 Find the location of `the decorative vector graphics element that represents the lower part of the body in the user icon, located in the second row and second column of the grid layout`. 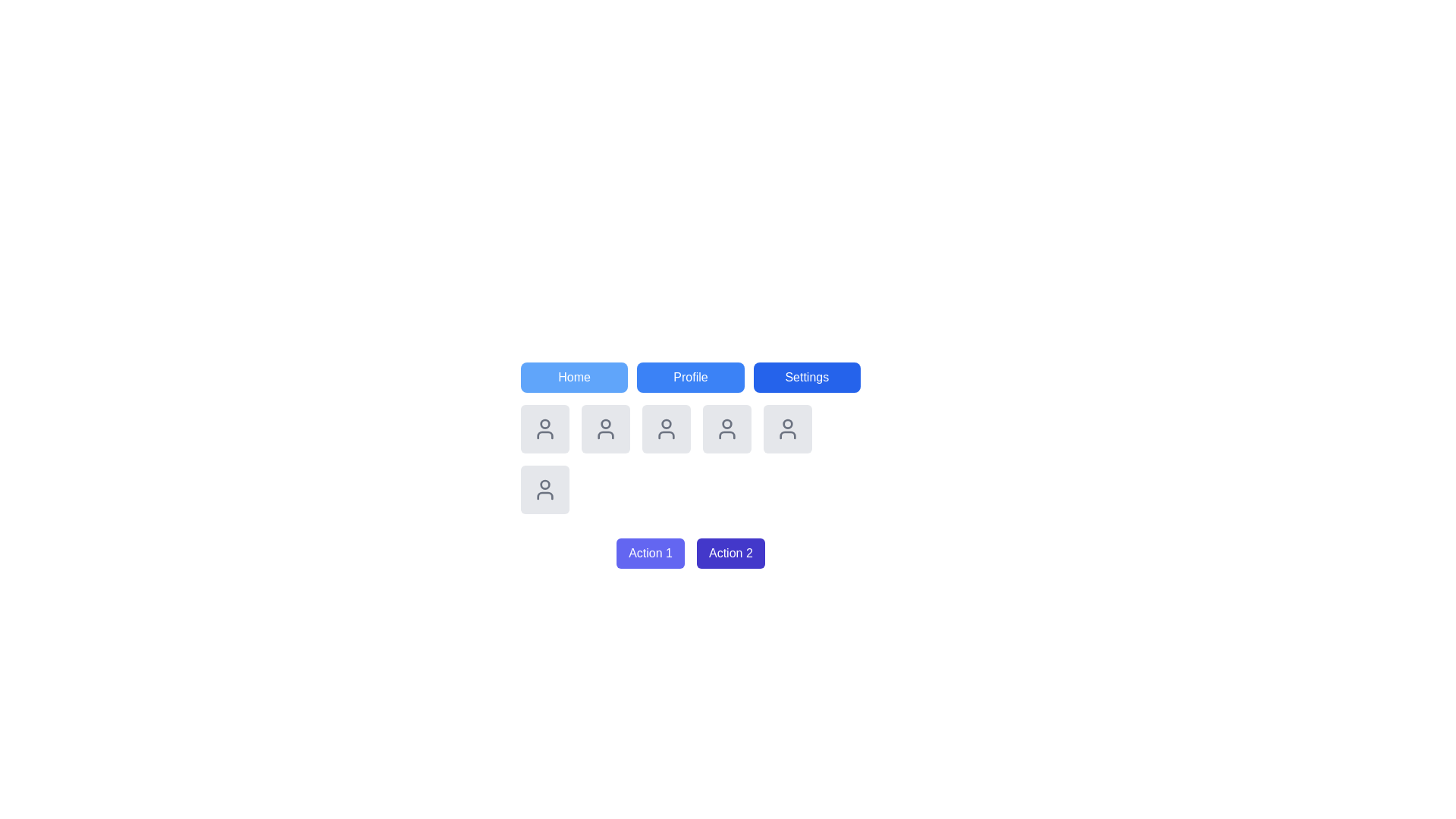

the decorative vector graphics element that represents the lower part of the body in the user icon, located in the second row and second column of the grid layout is located at coordinates (604, 435).